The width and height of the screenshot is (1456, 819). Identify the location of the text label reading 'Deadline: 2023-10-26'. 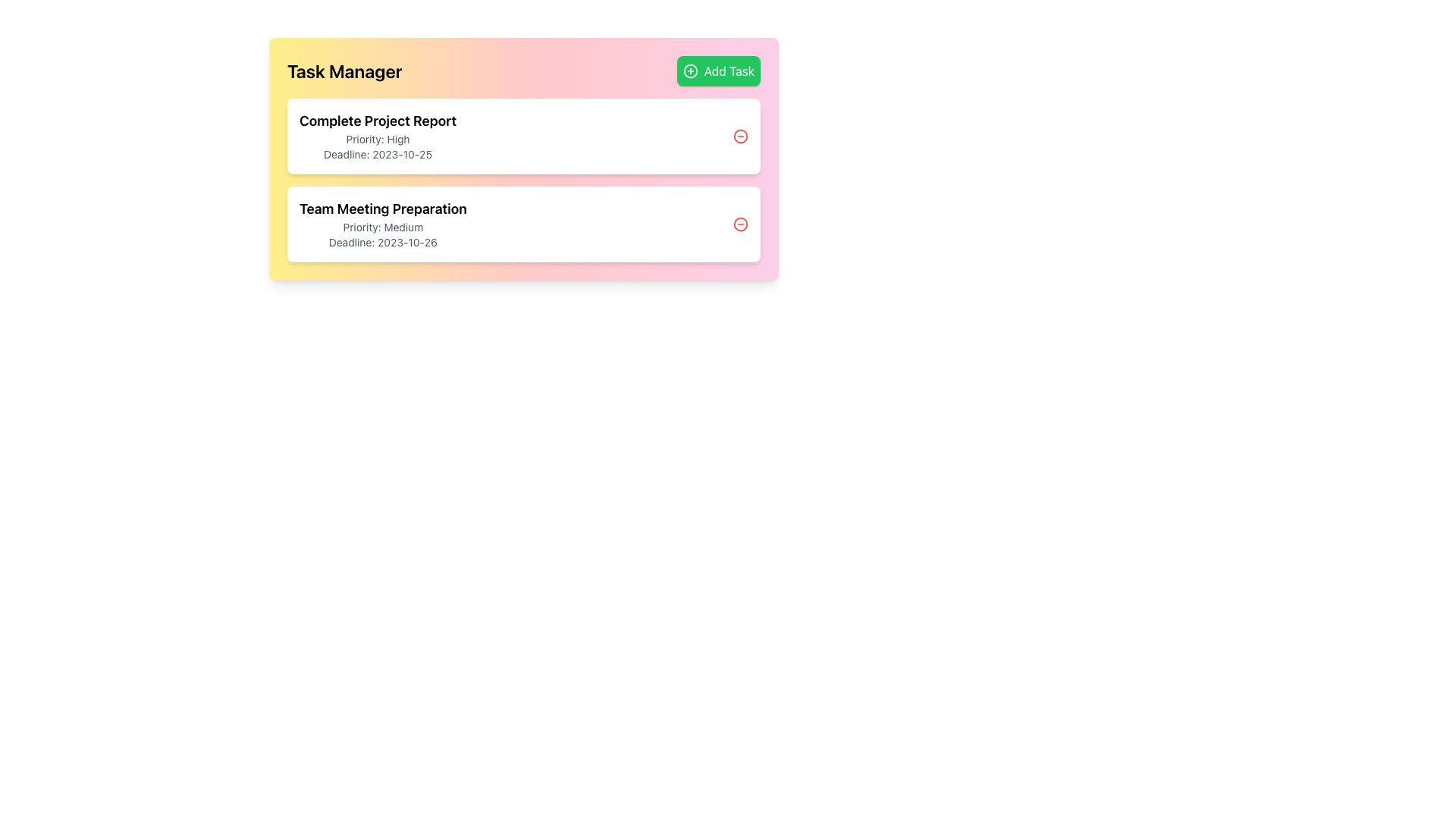
(383, 242).